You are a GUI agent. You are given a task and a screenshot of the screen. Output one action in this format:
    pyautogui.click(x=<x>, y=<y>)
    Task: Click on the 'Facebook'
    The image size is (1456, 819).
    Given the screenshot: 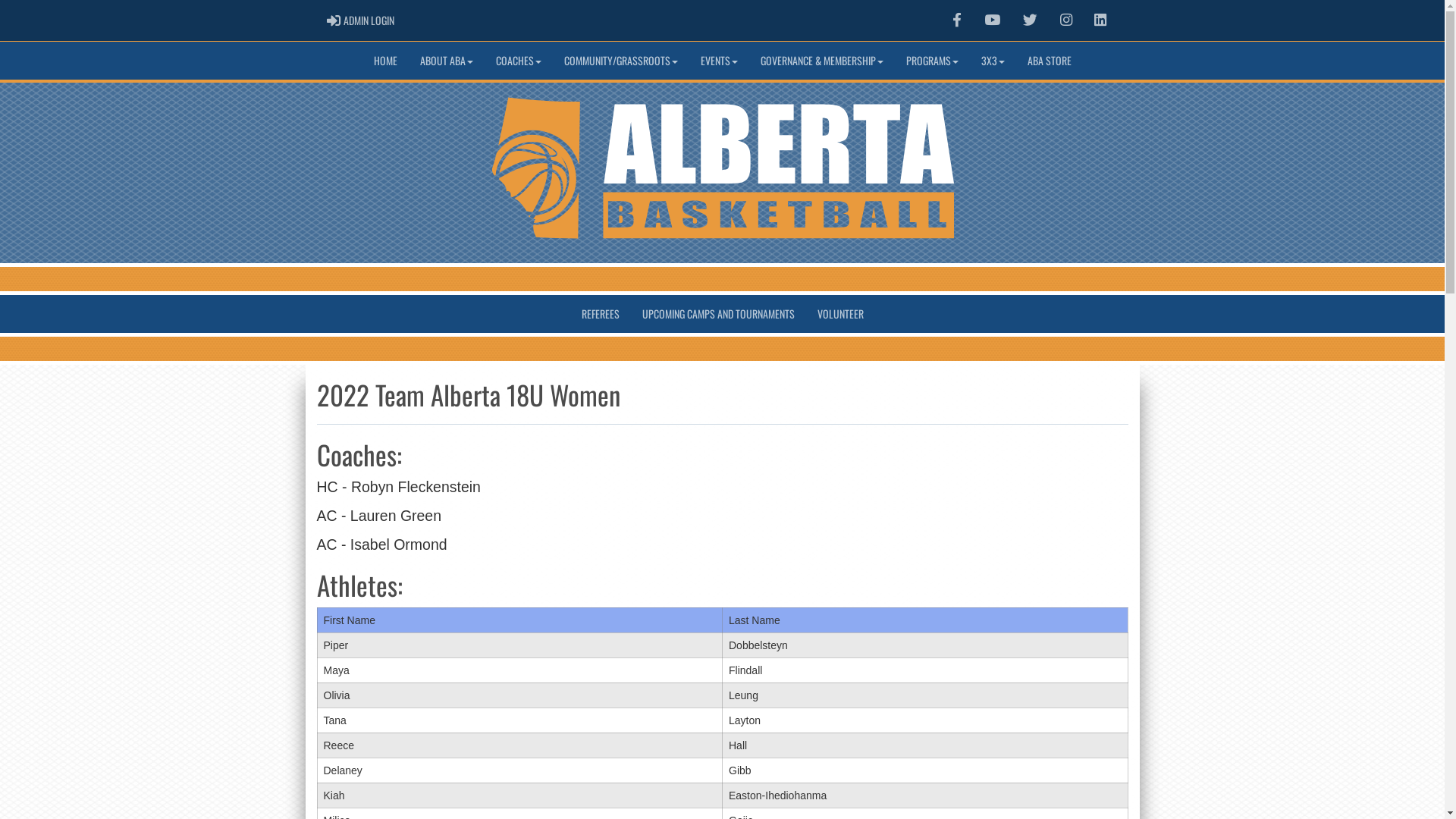 What is the action you would take?
    pyautogui.click(x=956, y=20)
    